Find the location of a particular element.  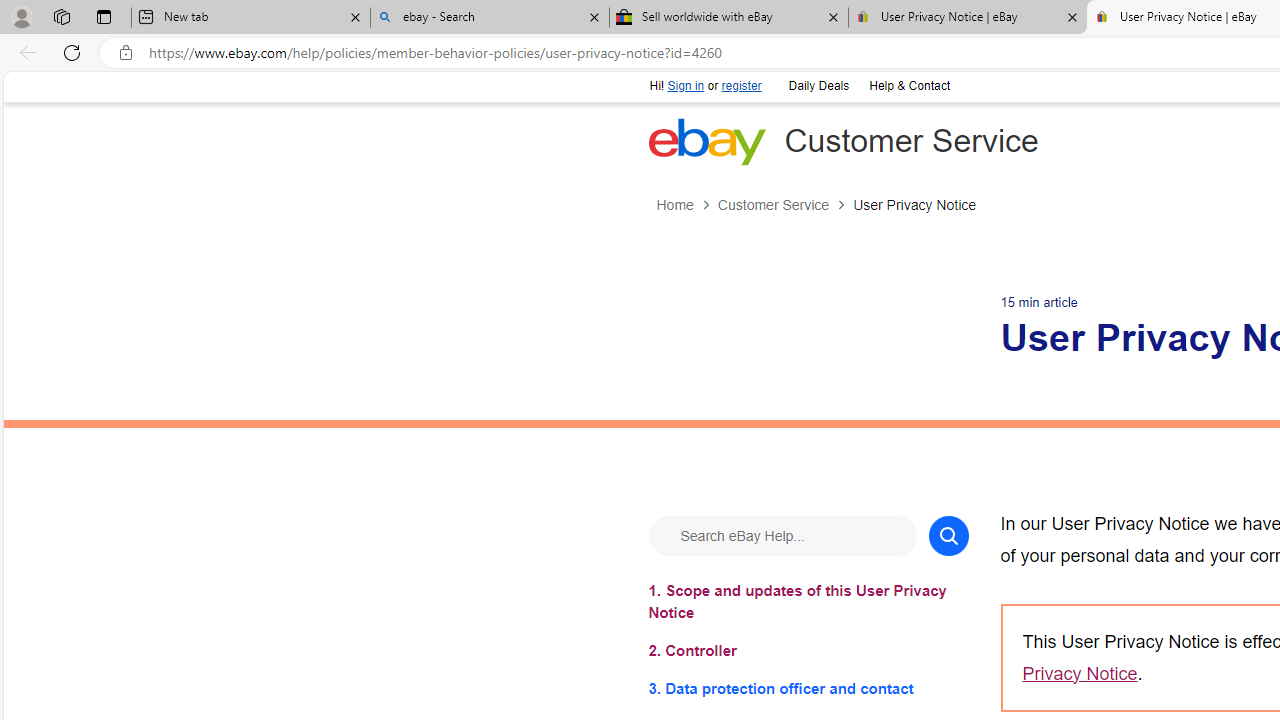

'Search eBay Help...' is located at coordinates (781, 534).